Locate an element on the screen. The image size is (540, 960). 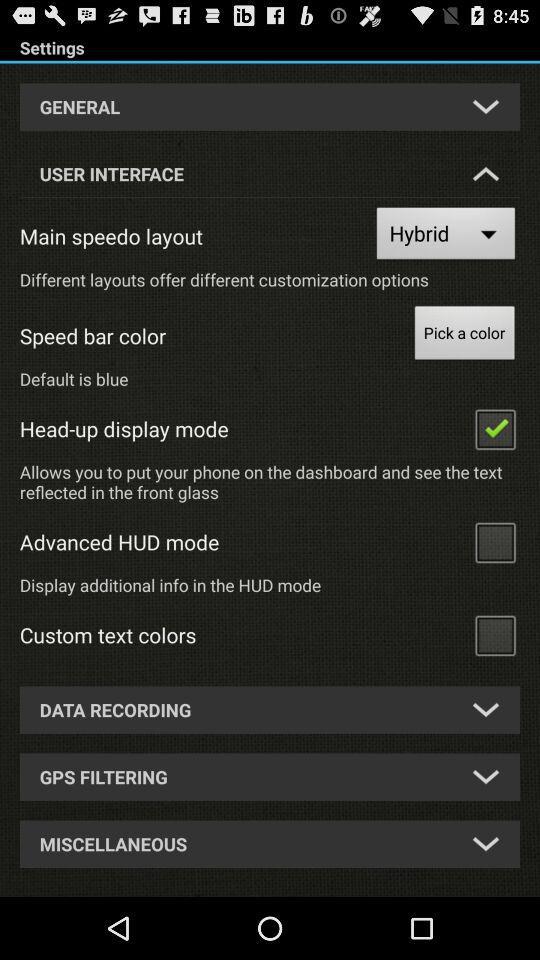
item to the right of the speed bar color app is located at coordinates (464, 335).